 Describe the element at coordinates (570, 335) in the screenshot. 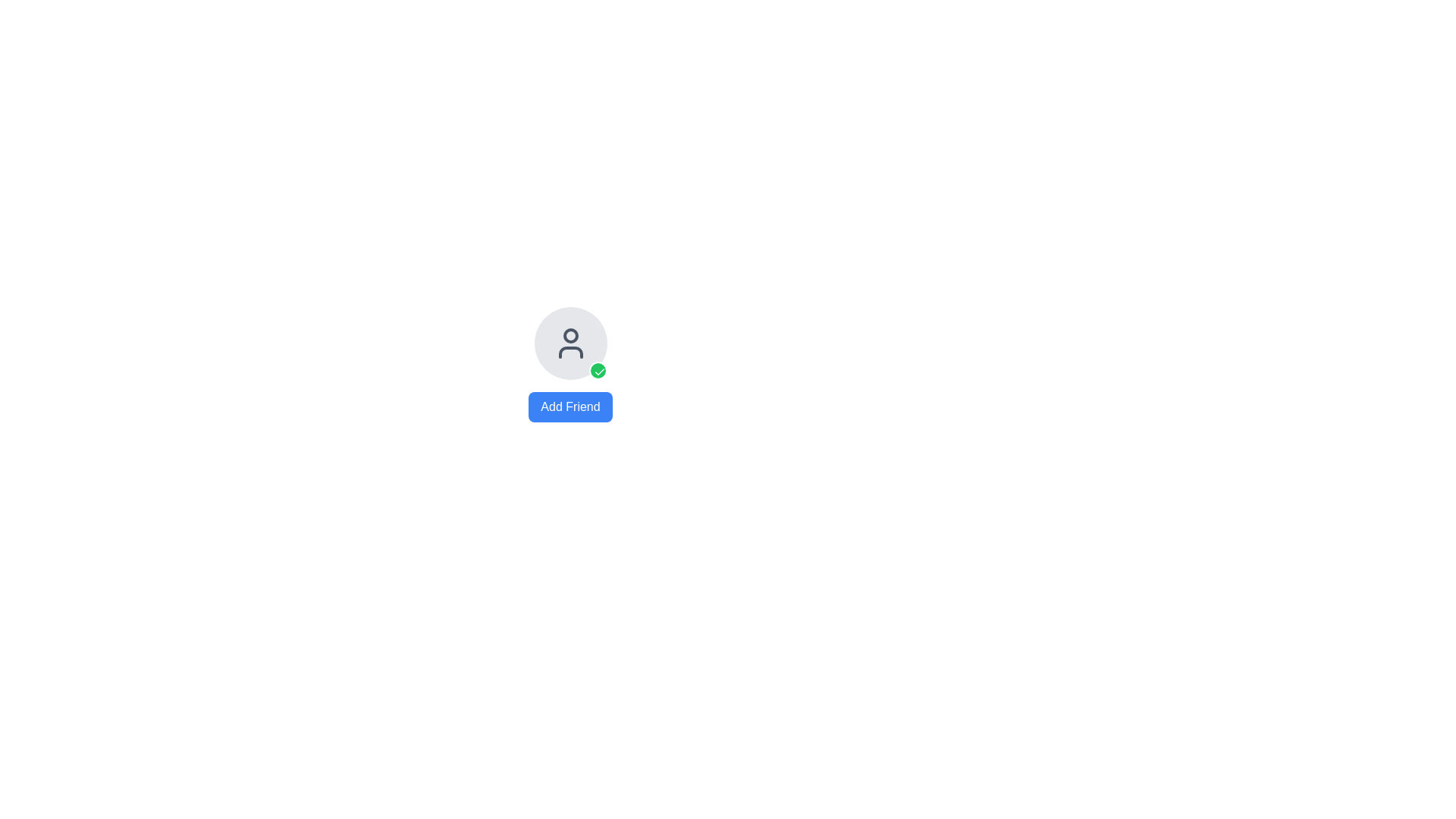

I see `the small circle located near the upper-central region of the user profile icon, which is situated slightly above the curved line representing the shoulders` at that location.